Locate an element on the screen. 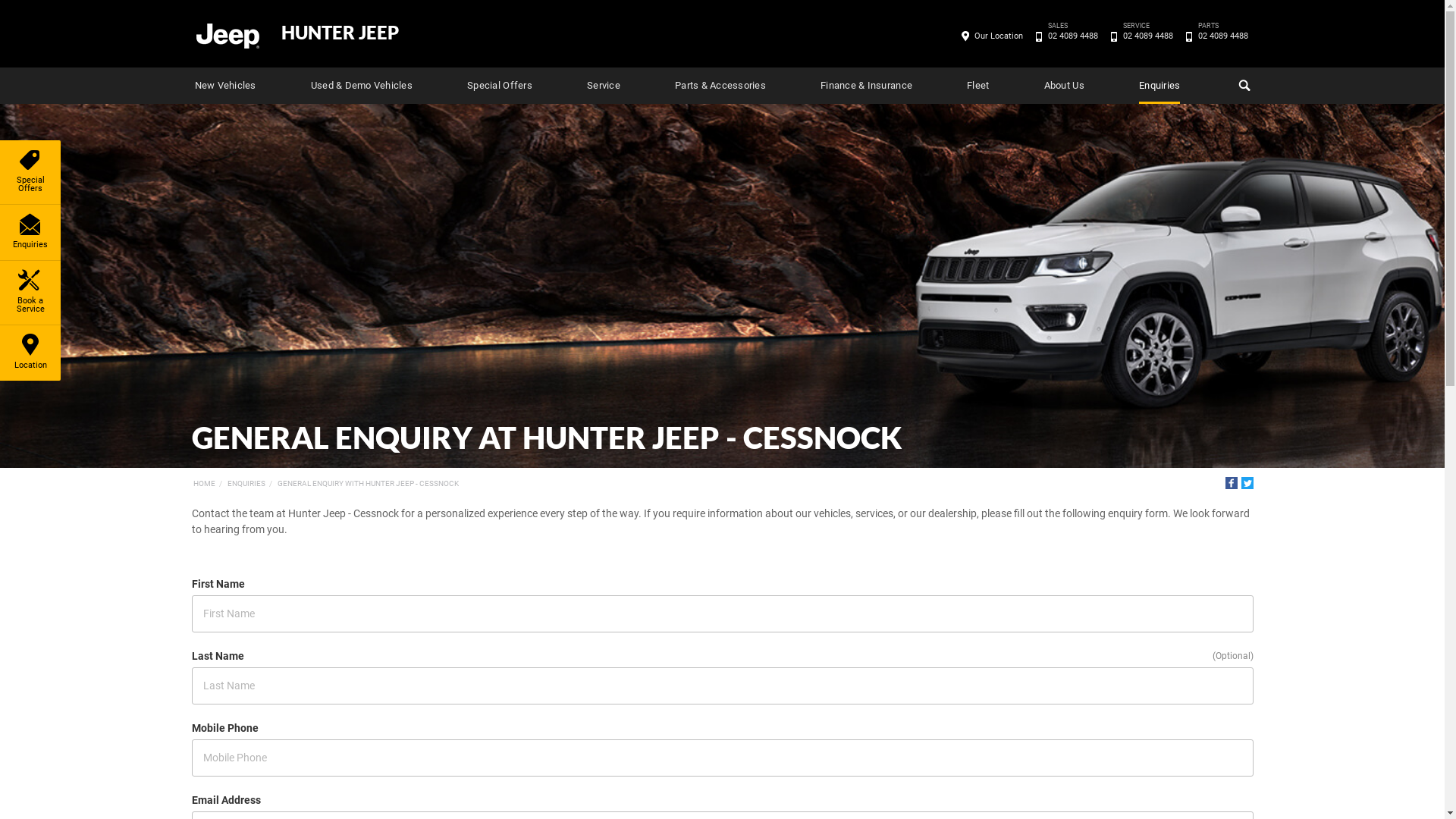 The height and width of the screenshot is (819, 1456). 'Parts & Accessories' is located at coordinates (673, 85).